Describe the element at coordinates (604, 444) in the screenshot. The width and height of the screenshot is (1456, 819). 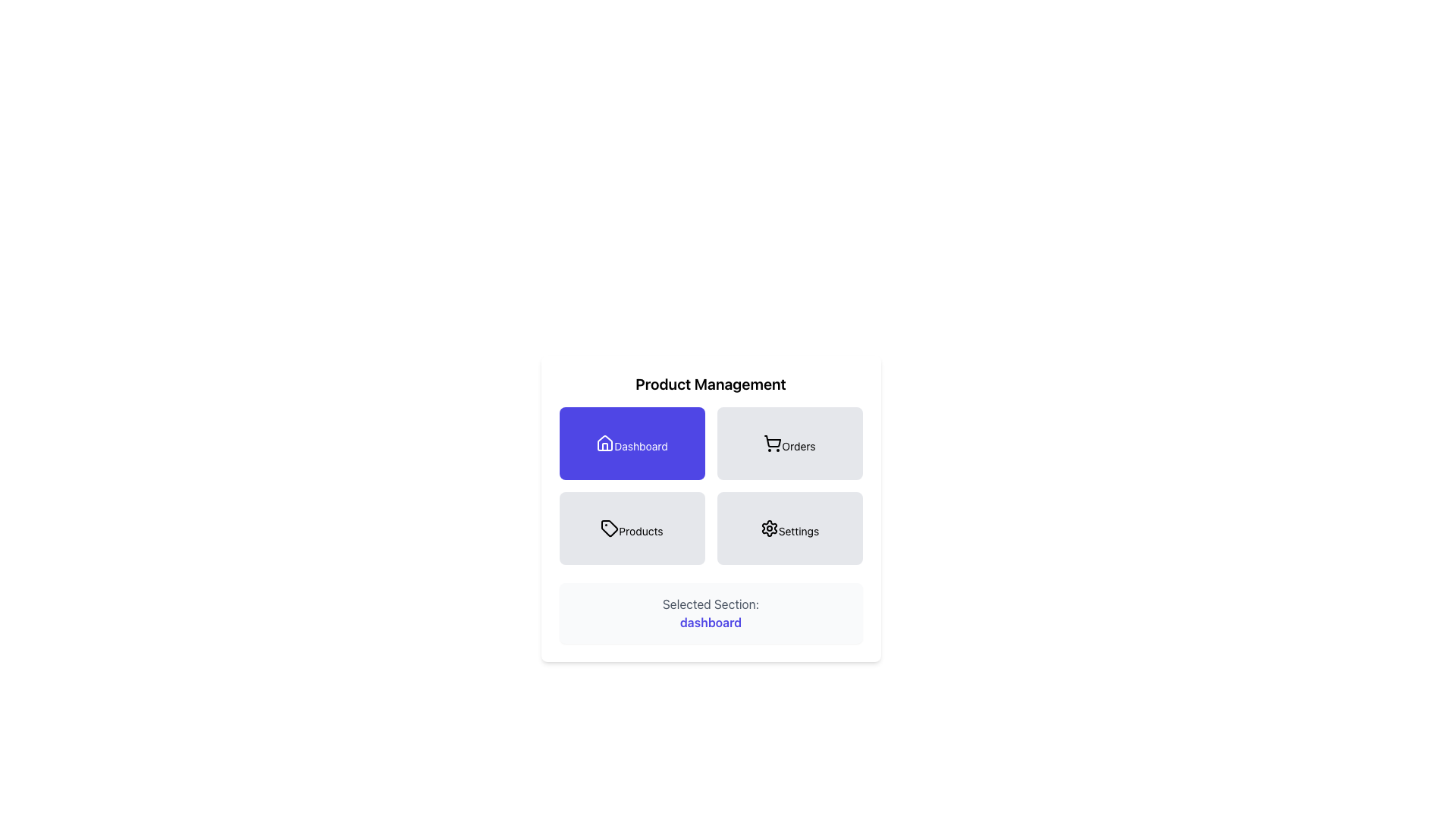
I see `the 'Dashboard' icon which is centrally positioned at the top-left of the purple 'Dashboard' button, located among four buttons` at that location.